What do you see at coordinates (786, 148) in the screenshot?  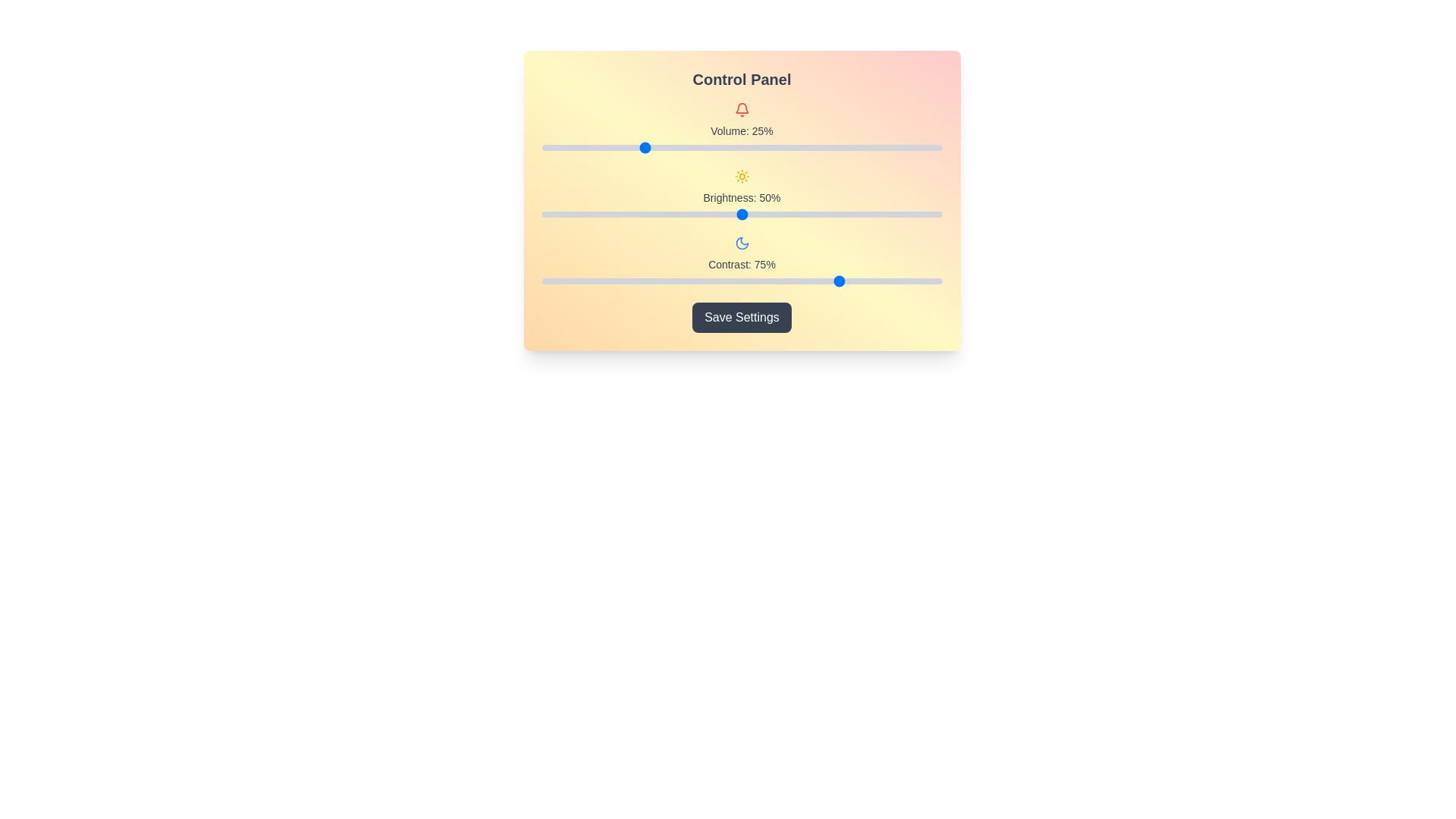 I see `the volume` at bounding box center [786, 148].